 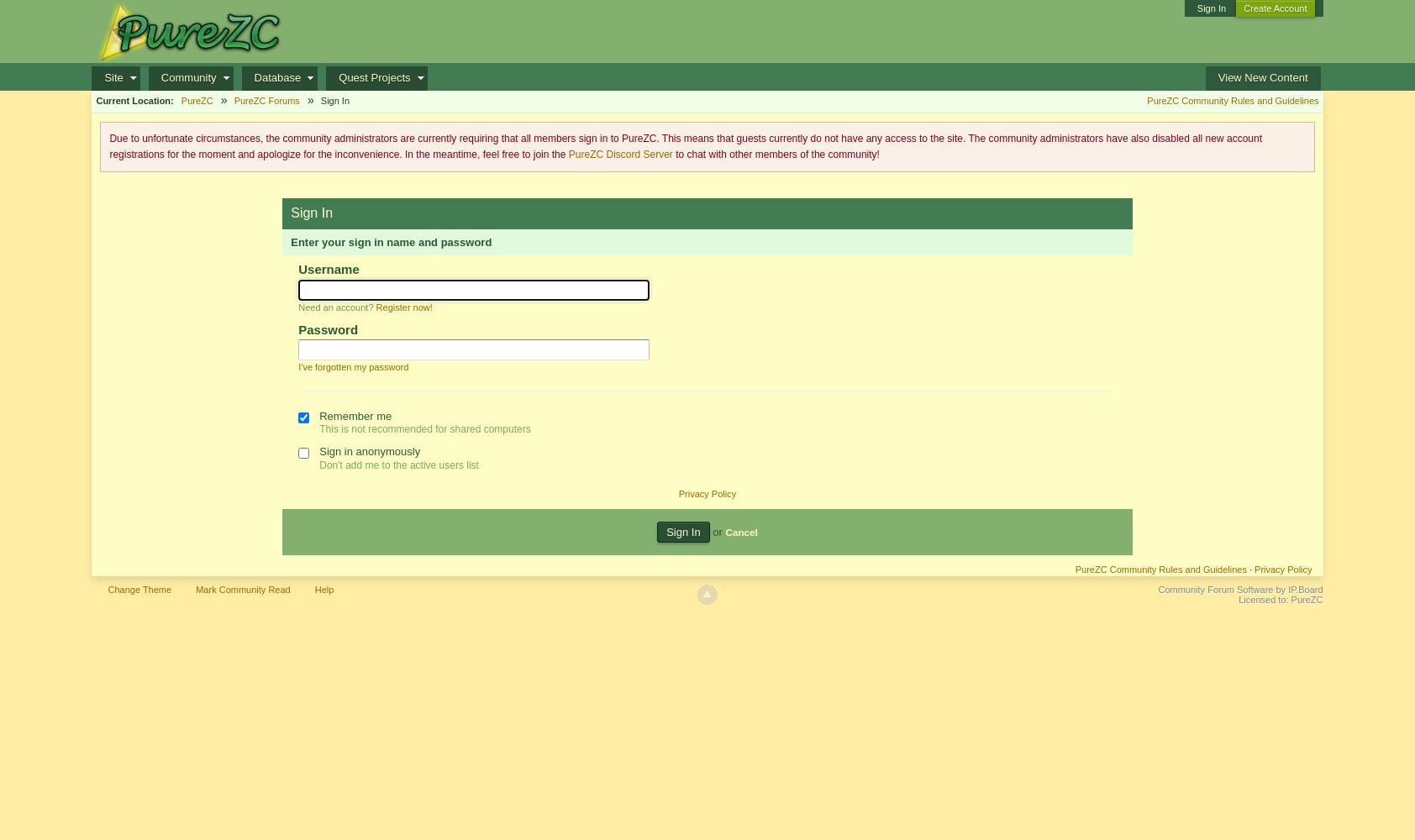 I want to click on 'Sign in anonymously', so click(x=369, y=450).